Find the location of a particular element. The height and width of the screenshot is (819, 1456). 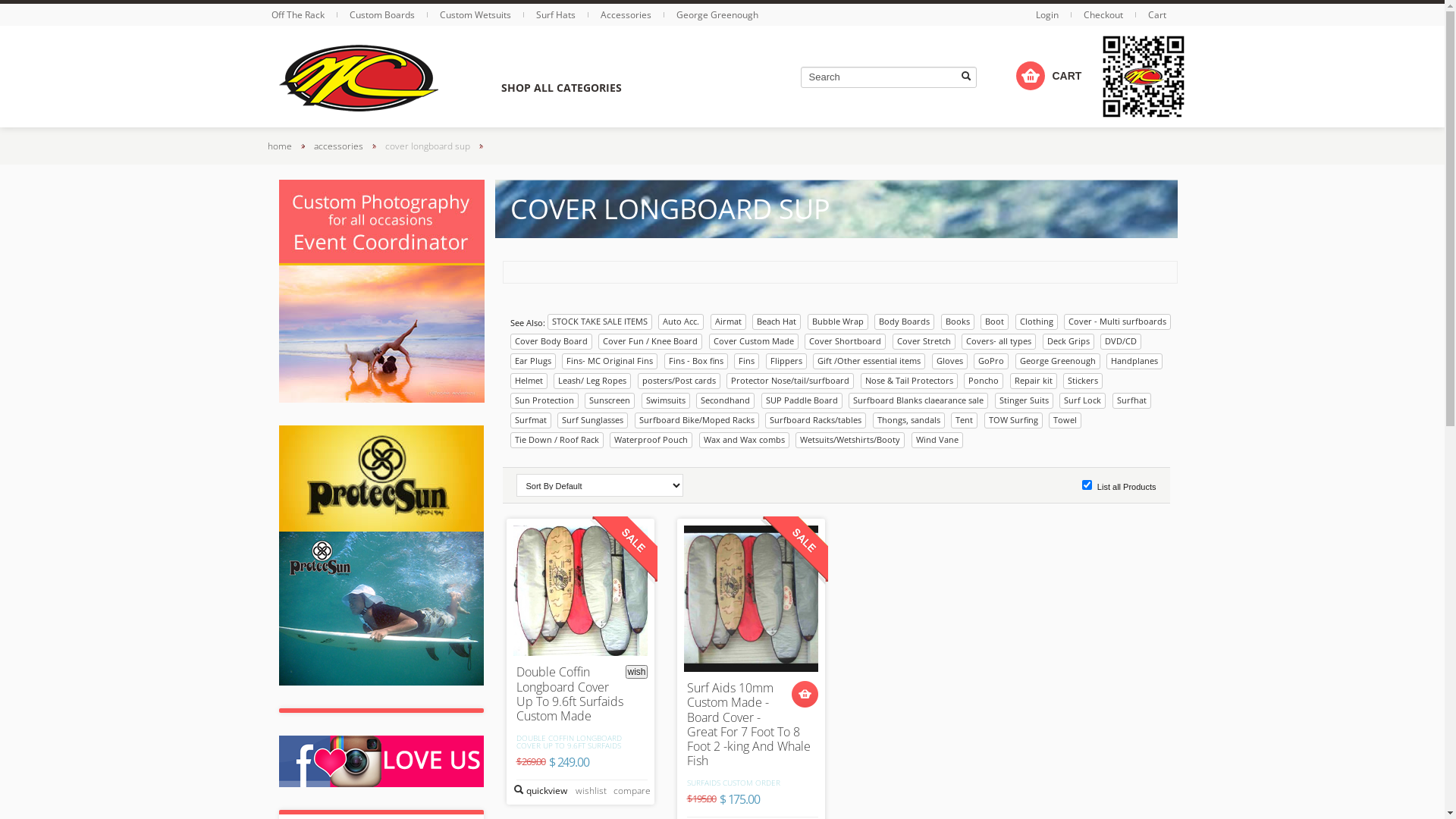

'wishlist' is located at coordinates (570, 789).